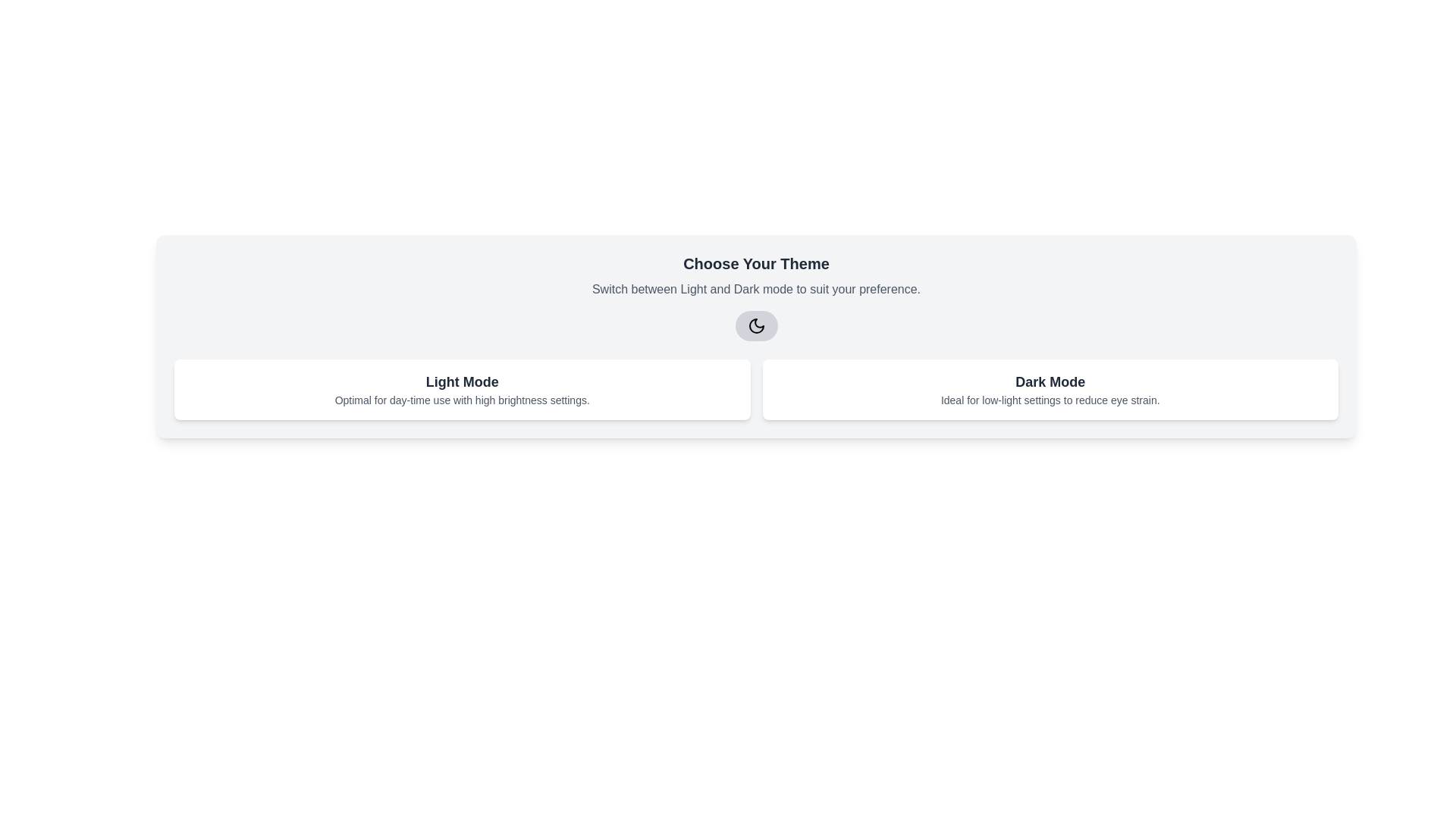 Image resolution: width=1456 pixels, height=819 pixels. Describe the element at coordinates (756, 388) in the screenshot. I see `the 'Light Mode' and 'Dark Mode' options in the informational grid layout to trigger interactions` at that location.